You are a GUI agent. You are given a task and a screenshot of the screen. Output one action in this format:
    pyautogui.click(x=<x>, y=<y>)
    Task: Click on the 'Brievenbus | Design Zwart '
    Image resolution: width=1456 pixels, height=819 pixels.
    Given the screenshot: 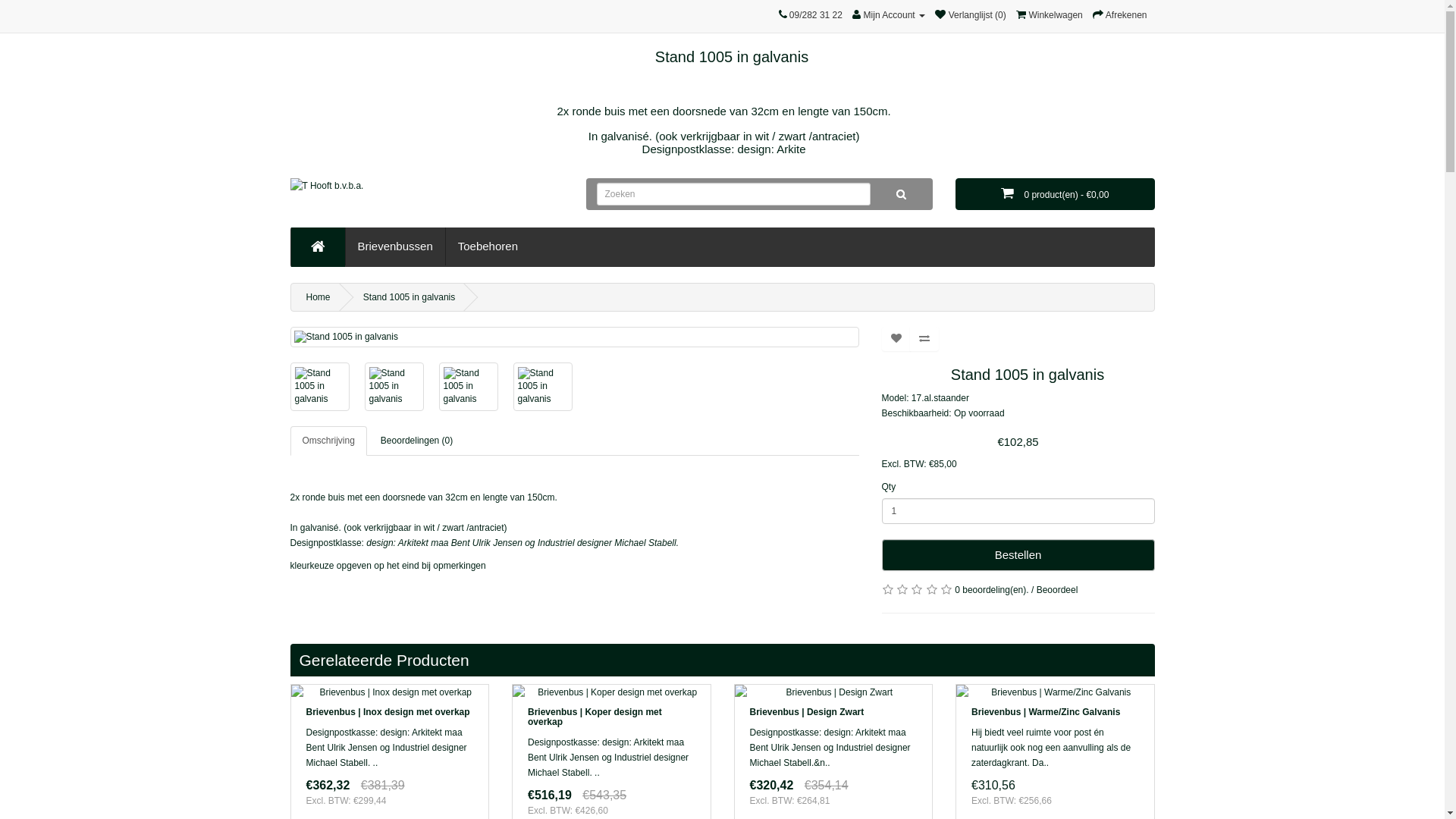 What is the action you would take?
    pyautogui.click(x=832, y=692)
    